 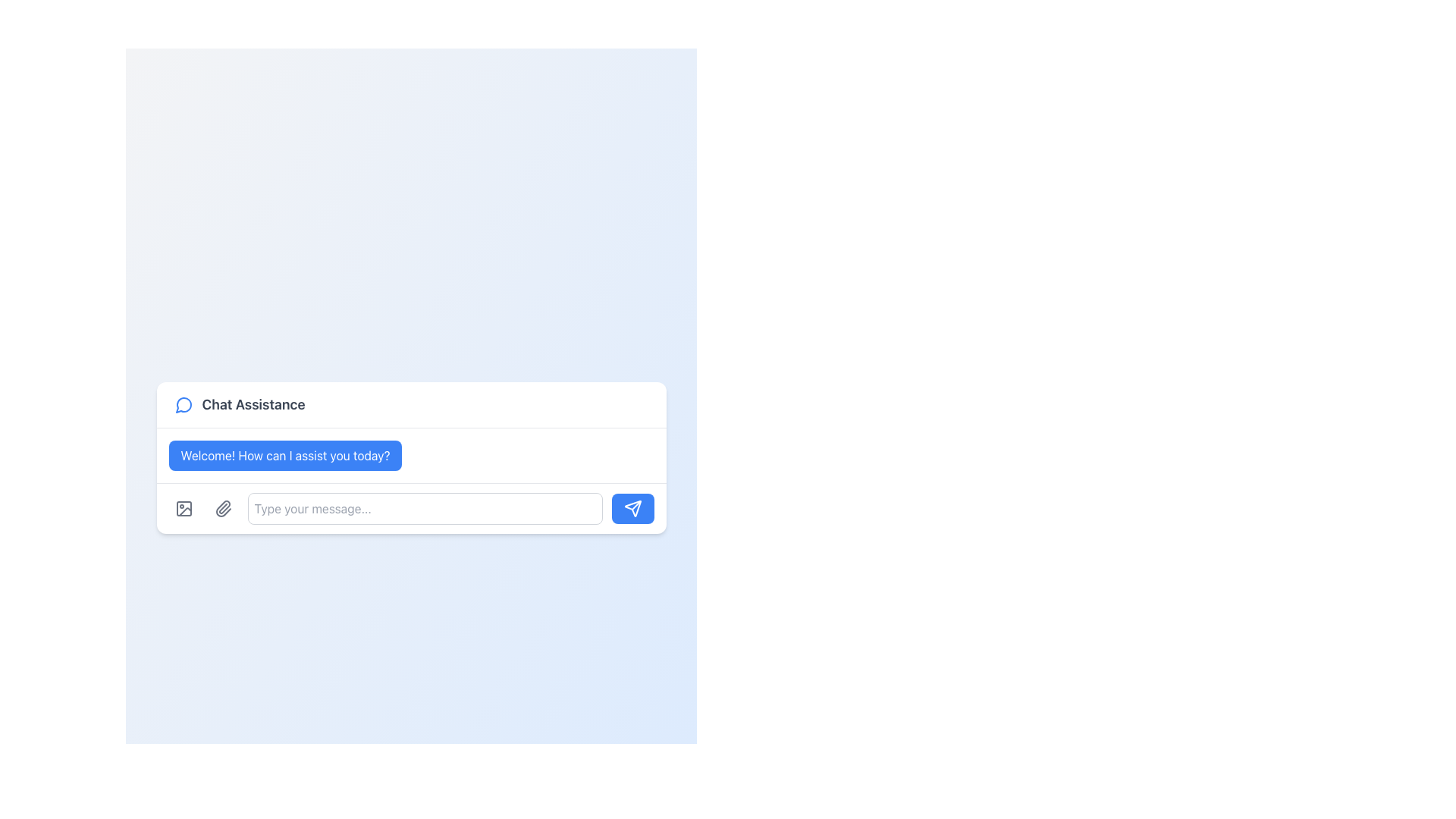 What do you see at coordinates (632, 509) in the screenshot?
I see `the send button located at the far-right end of the chat input section to send the message typed in the adjacent input field` at bounding box center [632, 509].